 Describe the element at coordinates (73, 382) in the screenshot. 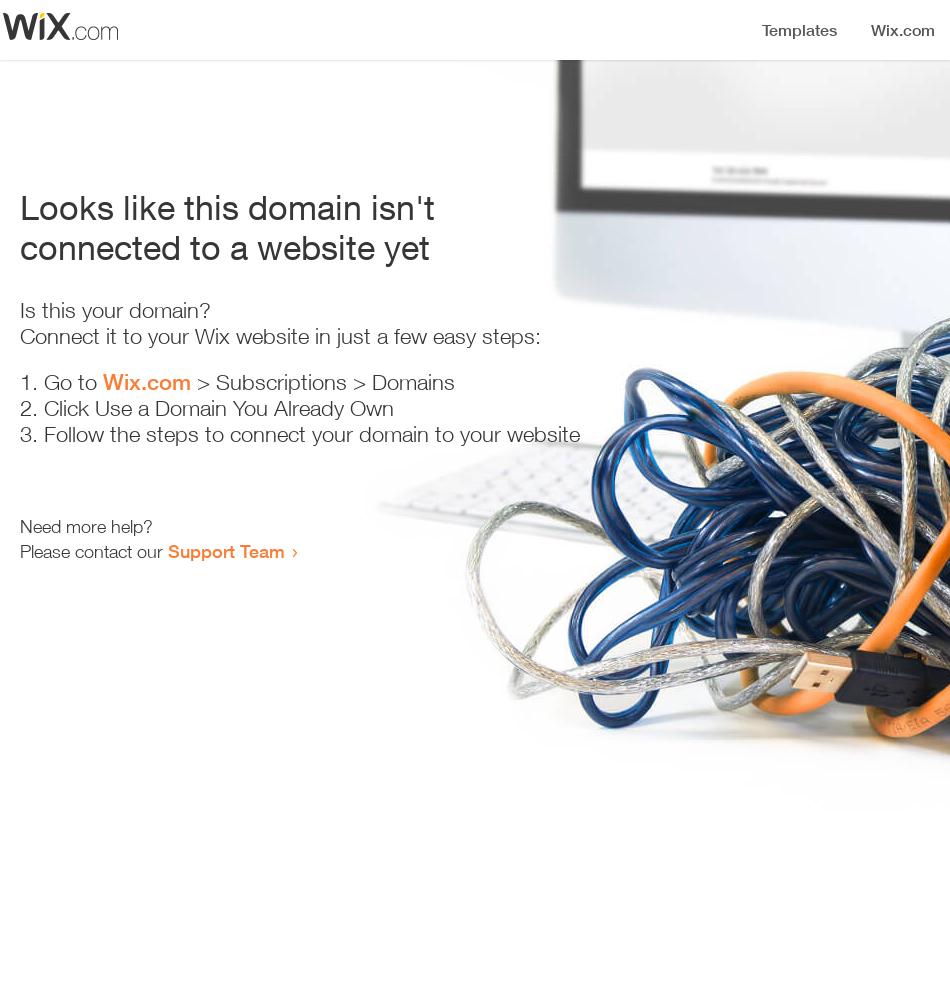

I see `'Go to'` at that location.